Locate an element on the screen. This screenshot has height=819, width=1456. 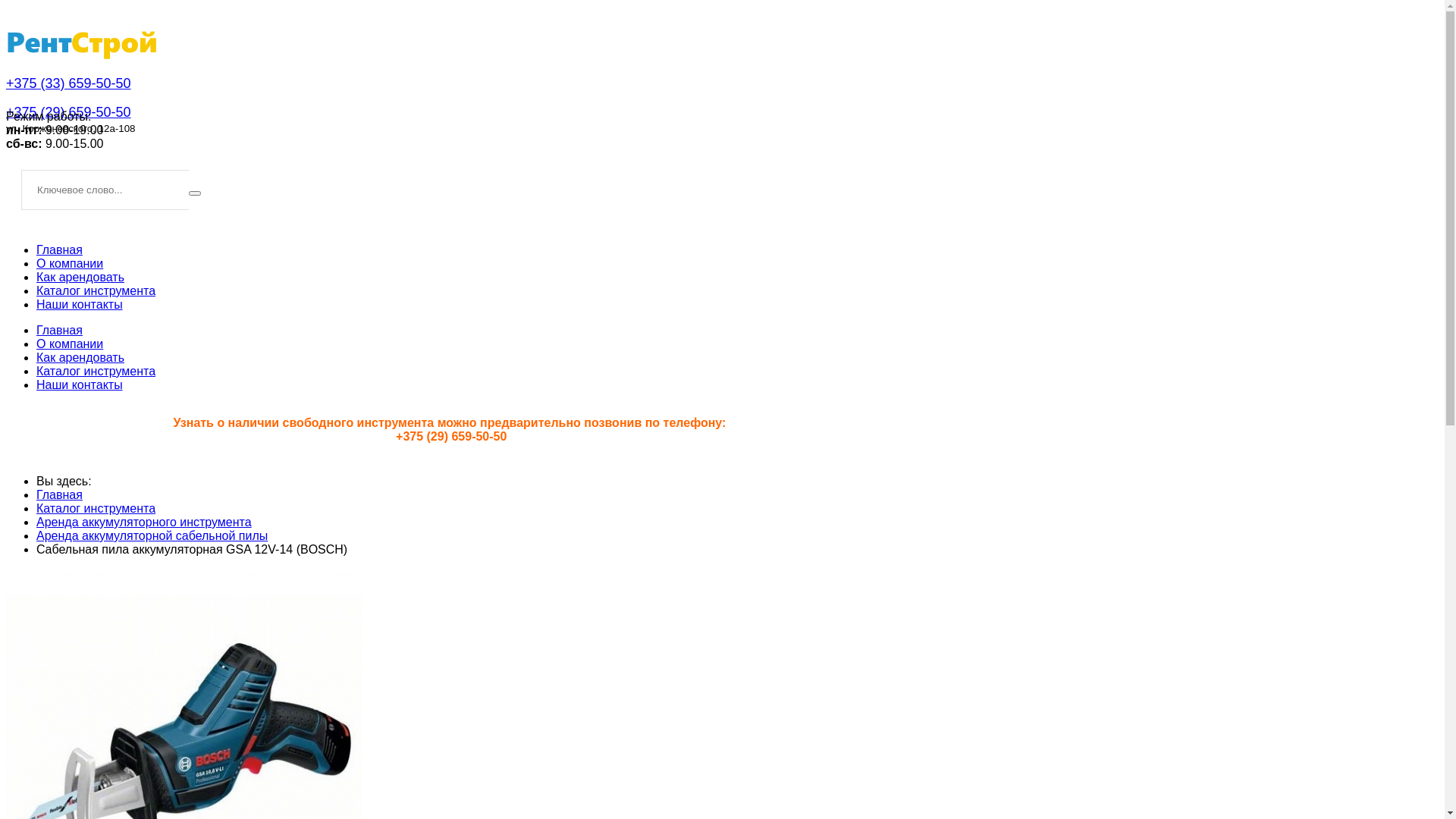
'+375 (29) 659-50-50' is located at coordinates (6, 111).